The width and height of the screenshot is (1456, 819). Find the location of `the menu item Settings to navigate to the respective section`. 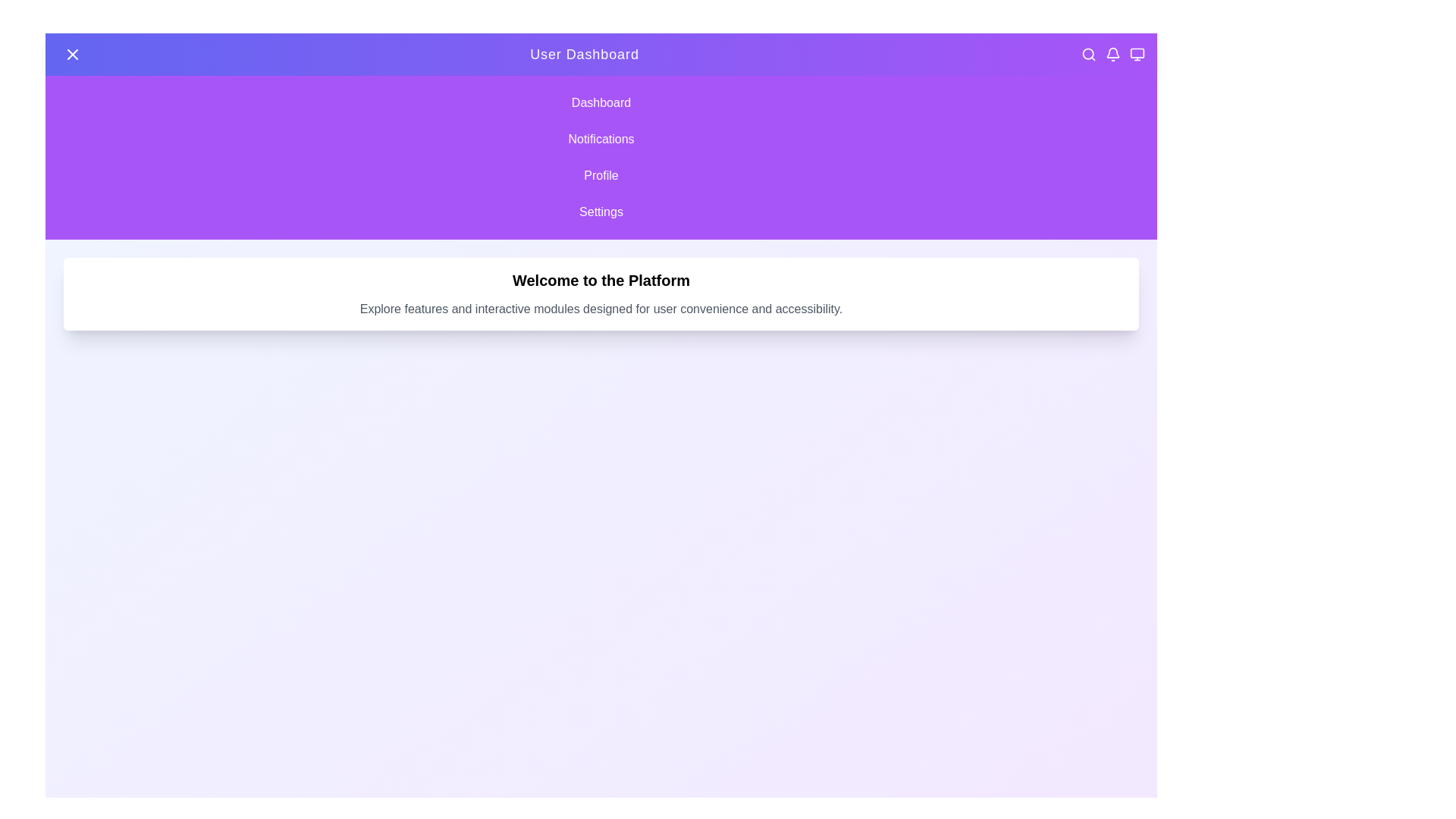

the menu item Settings to navigate to the respective section is located at coordinates (600, 212).